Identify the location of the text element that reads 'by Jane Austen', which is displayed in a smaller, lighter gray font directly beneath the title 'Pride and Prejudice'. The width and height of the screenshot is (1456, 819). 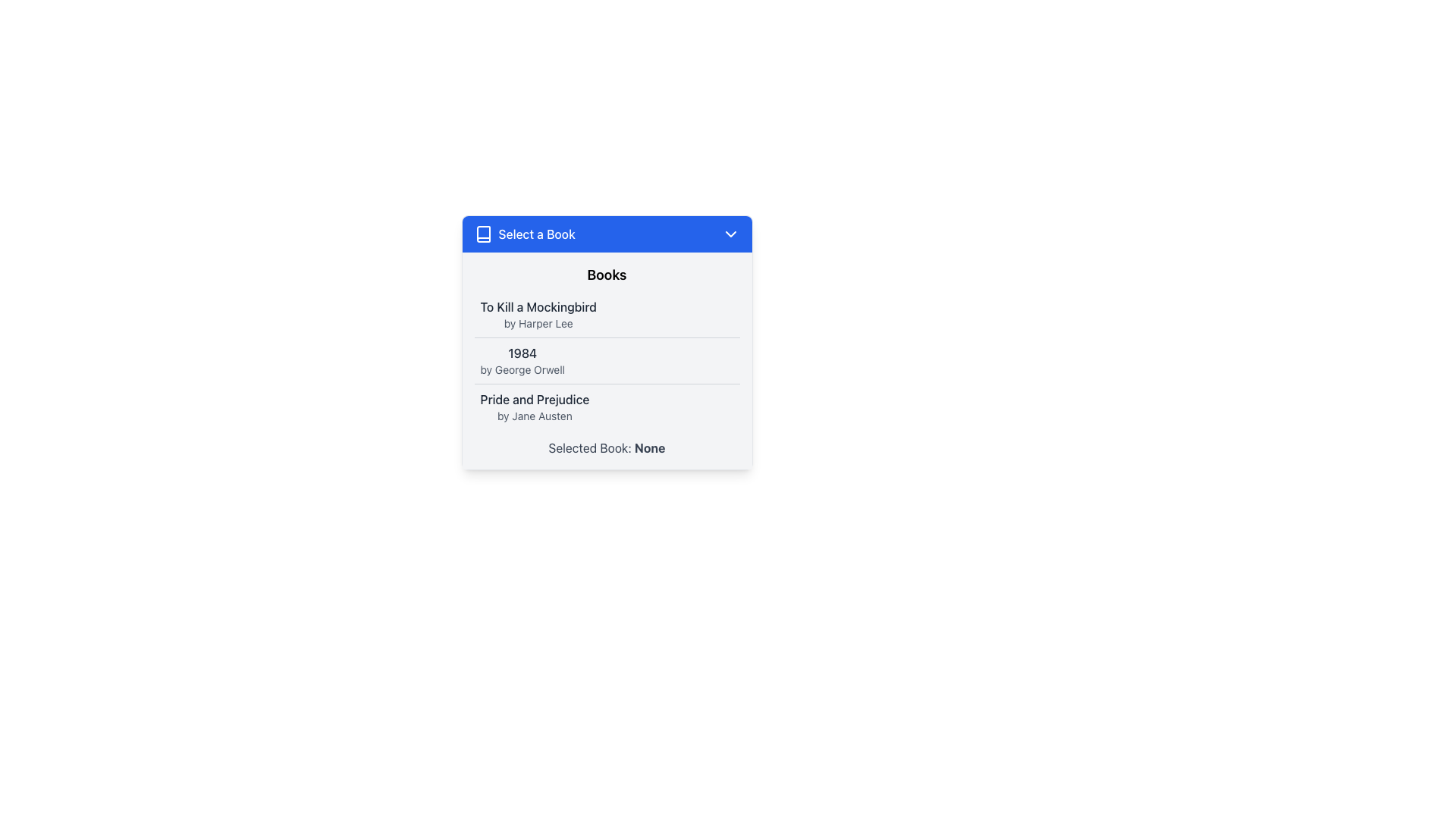
(535, 416).